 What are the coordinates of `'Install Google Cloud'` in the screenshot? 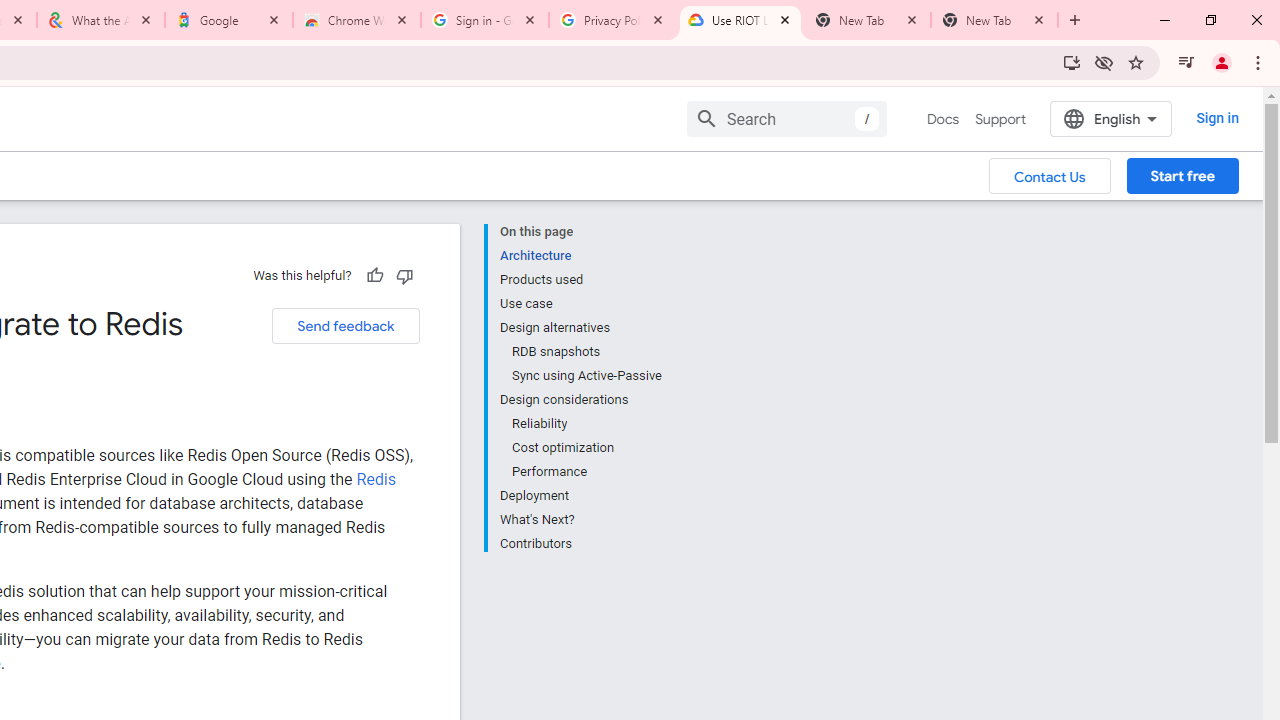 It's located at (1071, 61).